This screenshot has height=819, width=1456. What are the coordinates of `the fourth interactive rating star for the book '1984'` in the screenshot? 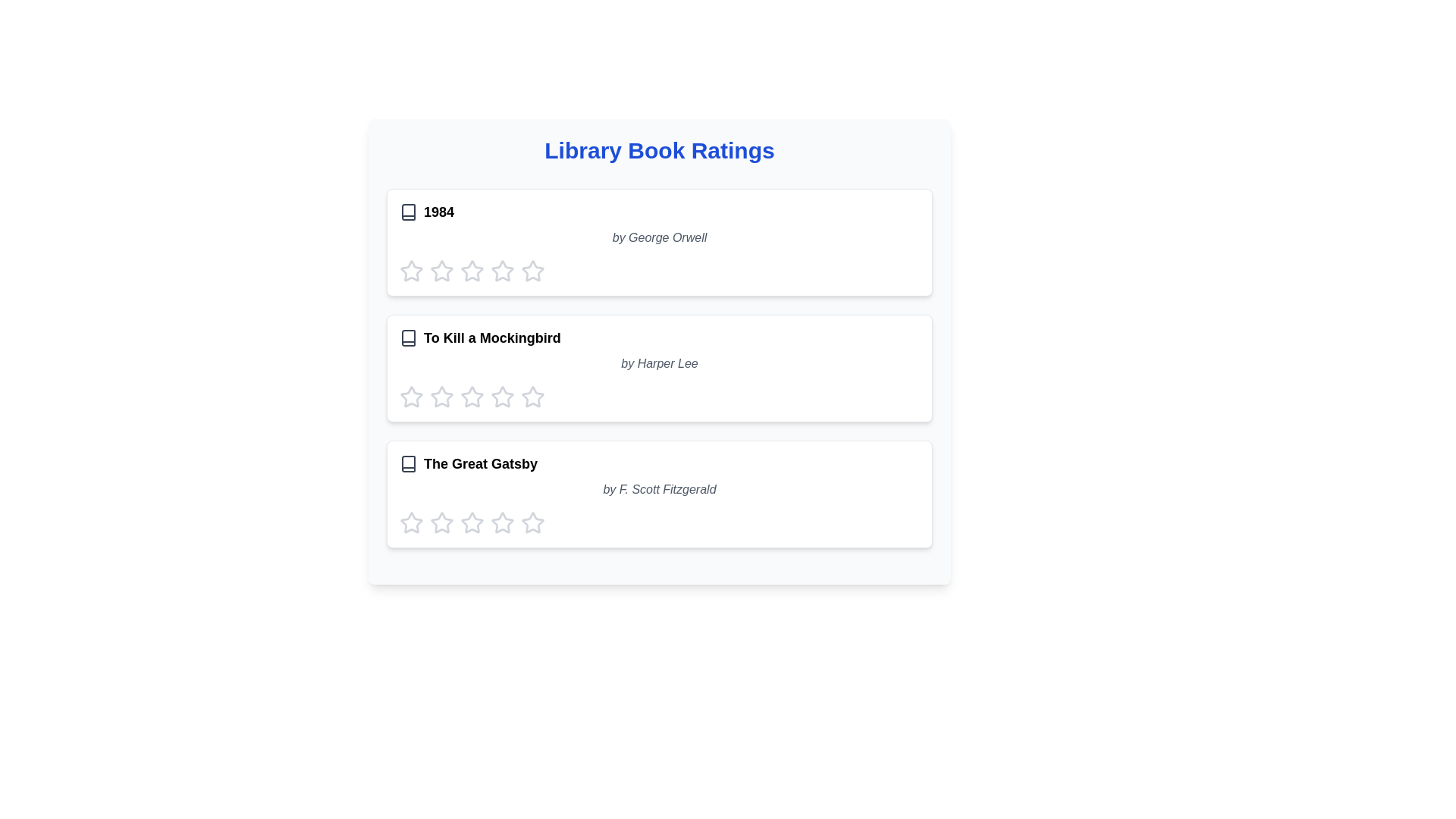 It's located at (532, 270).